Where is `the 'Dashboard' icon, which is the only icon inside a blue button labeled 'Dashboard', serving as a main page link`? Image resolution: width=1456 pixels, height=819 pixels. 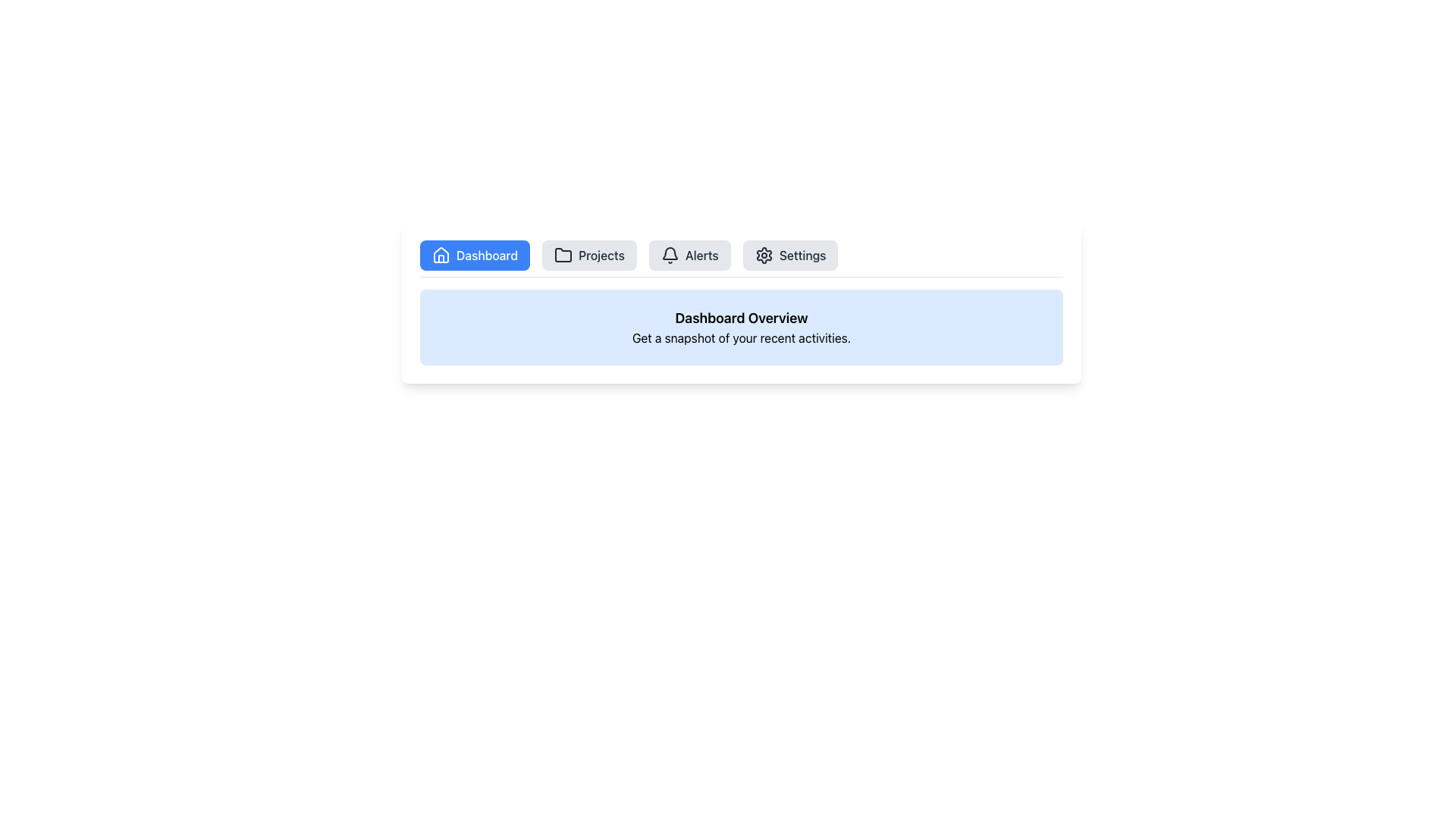 the 'Dashboard' icon, which is the only icon inside a blue button labeled 'Dashboard', serving as a main page link is located at coordinates (440, 254).